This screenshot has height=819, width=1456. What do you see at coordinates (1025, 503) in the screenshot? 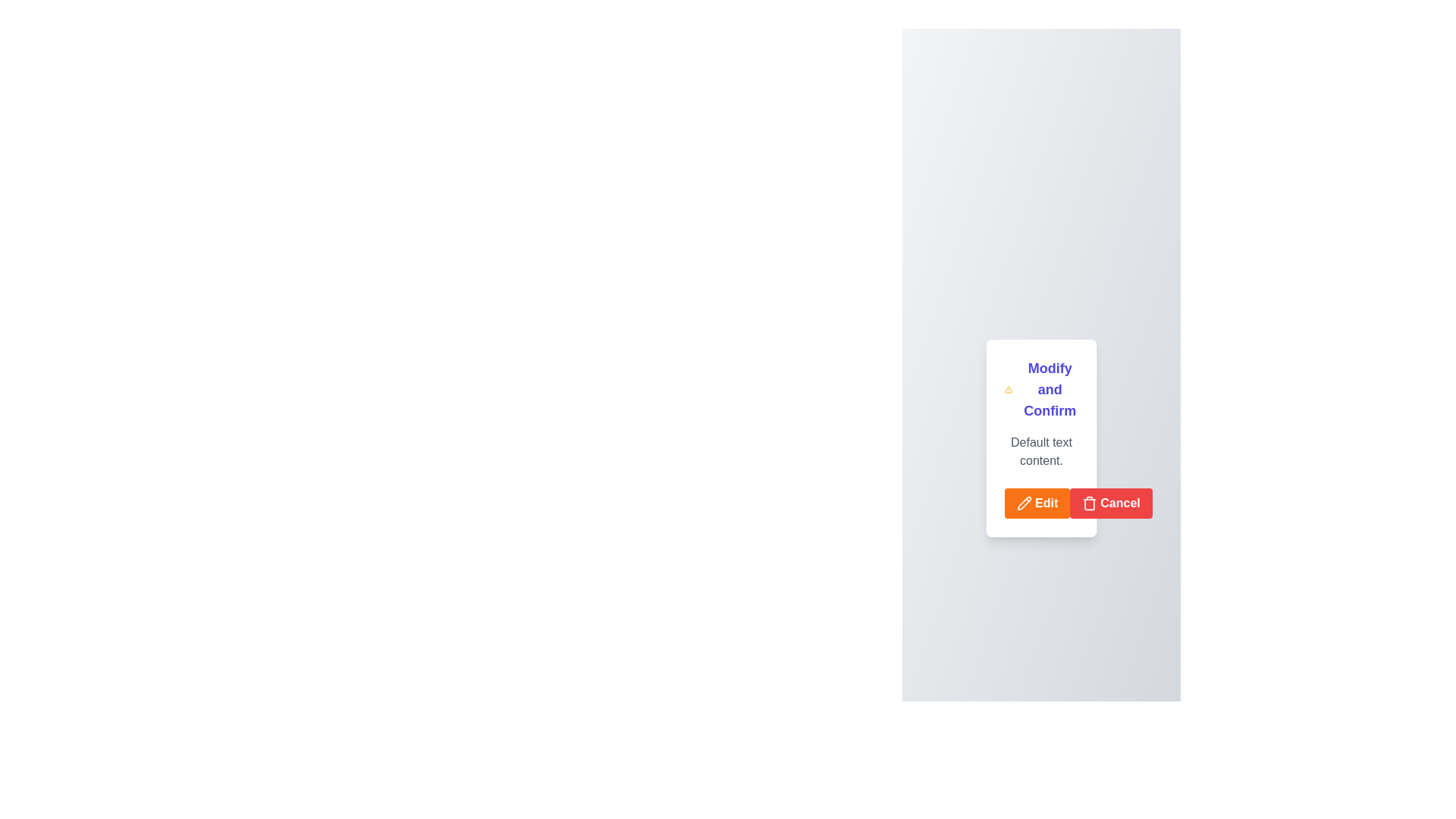
I see `the orange pencil icon representing the 'Edit' functionality, located on the left side of the 'Edit' button in the lower section of the card labeled 'Modify and Confirm'` at bounding box center [1025, 503].